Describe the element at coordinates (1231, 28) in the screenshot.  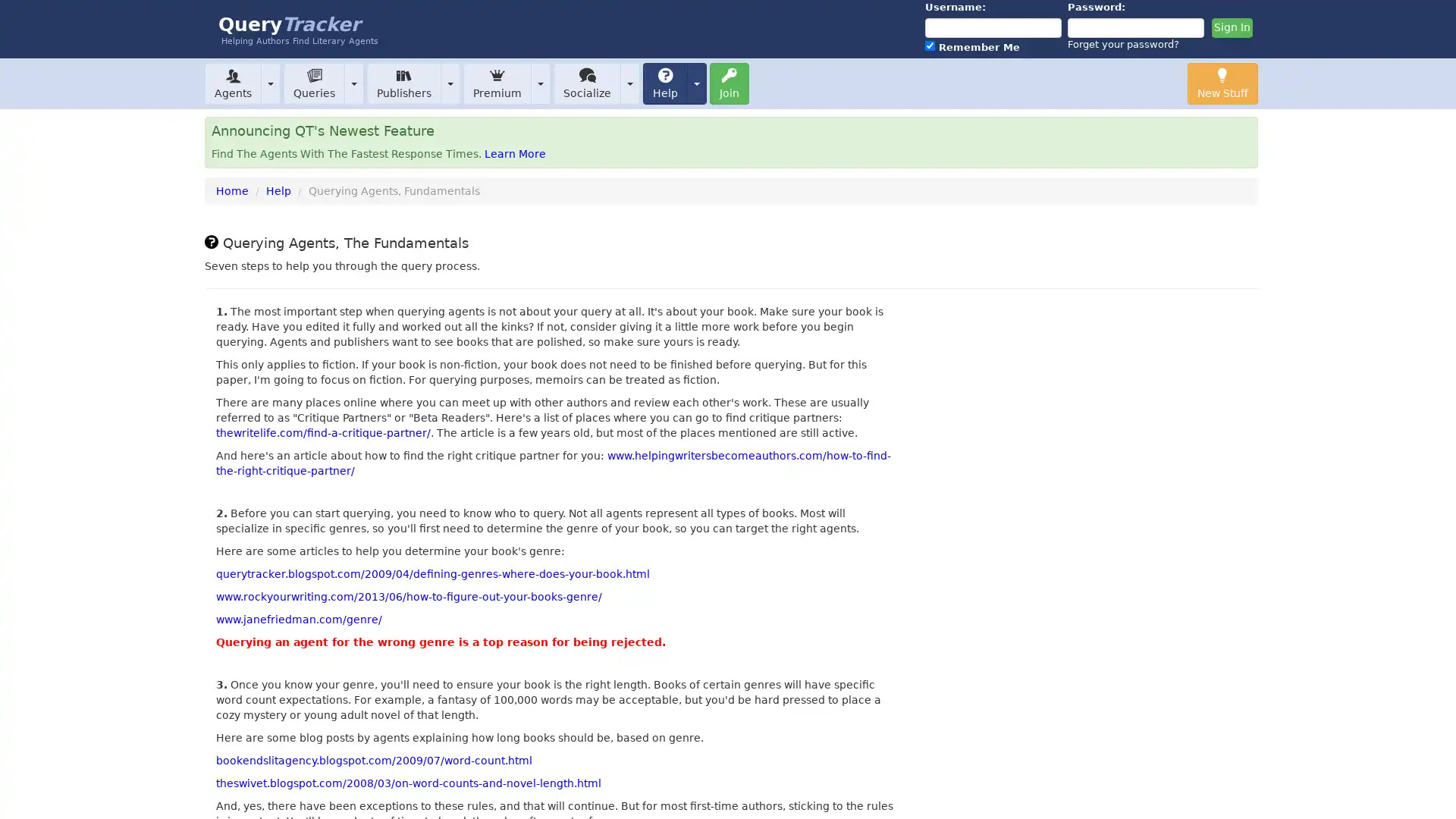
I see `Sign In` at that location.